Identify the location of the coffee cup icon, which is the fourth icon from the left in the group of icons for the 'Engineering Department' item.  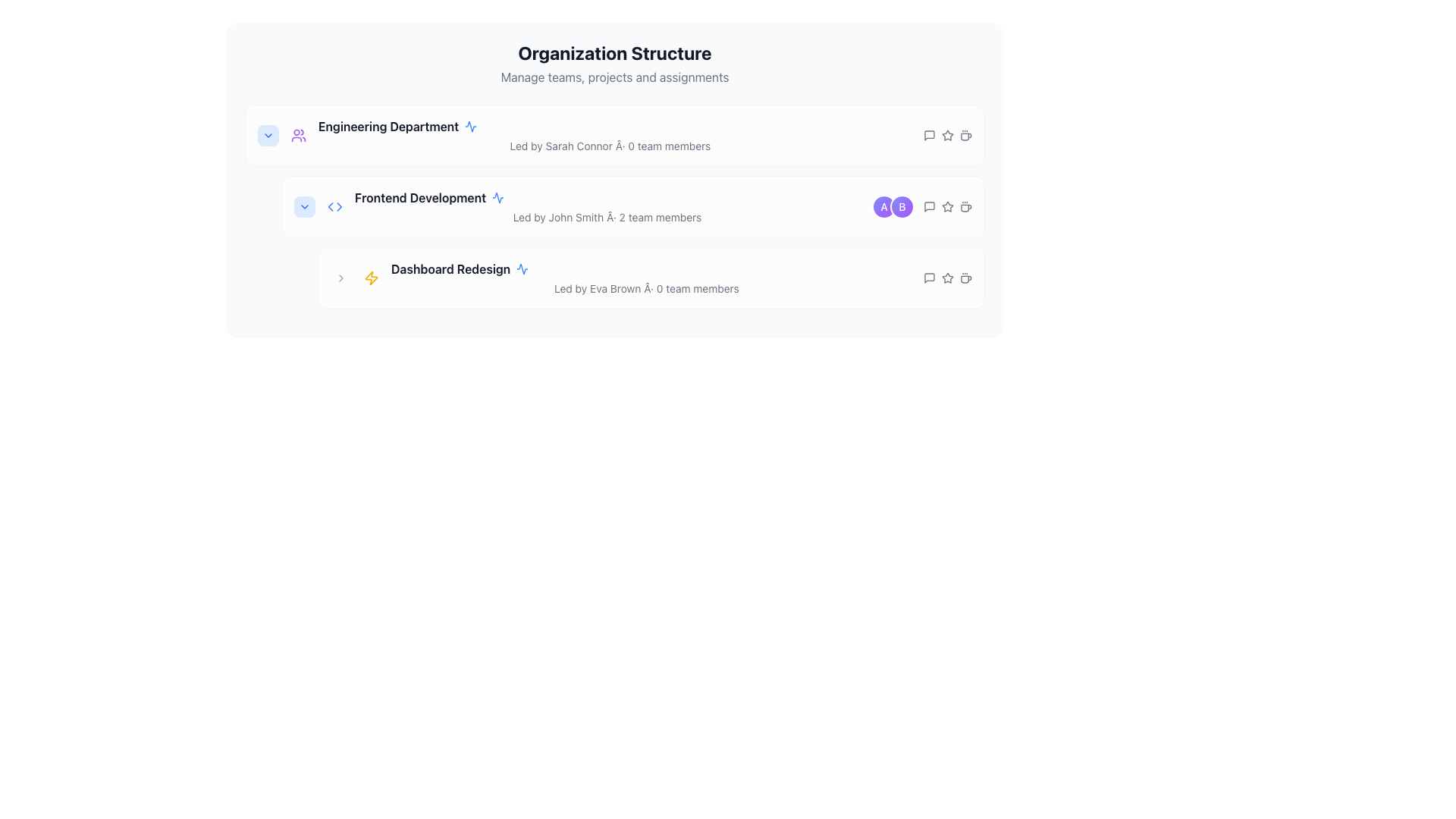
(965, 134).